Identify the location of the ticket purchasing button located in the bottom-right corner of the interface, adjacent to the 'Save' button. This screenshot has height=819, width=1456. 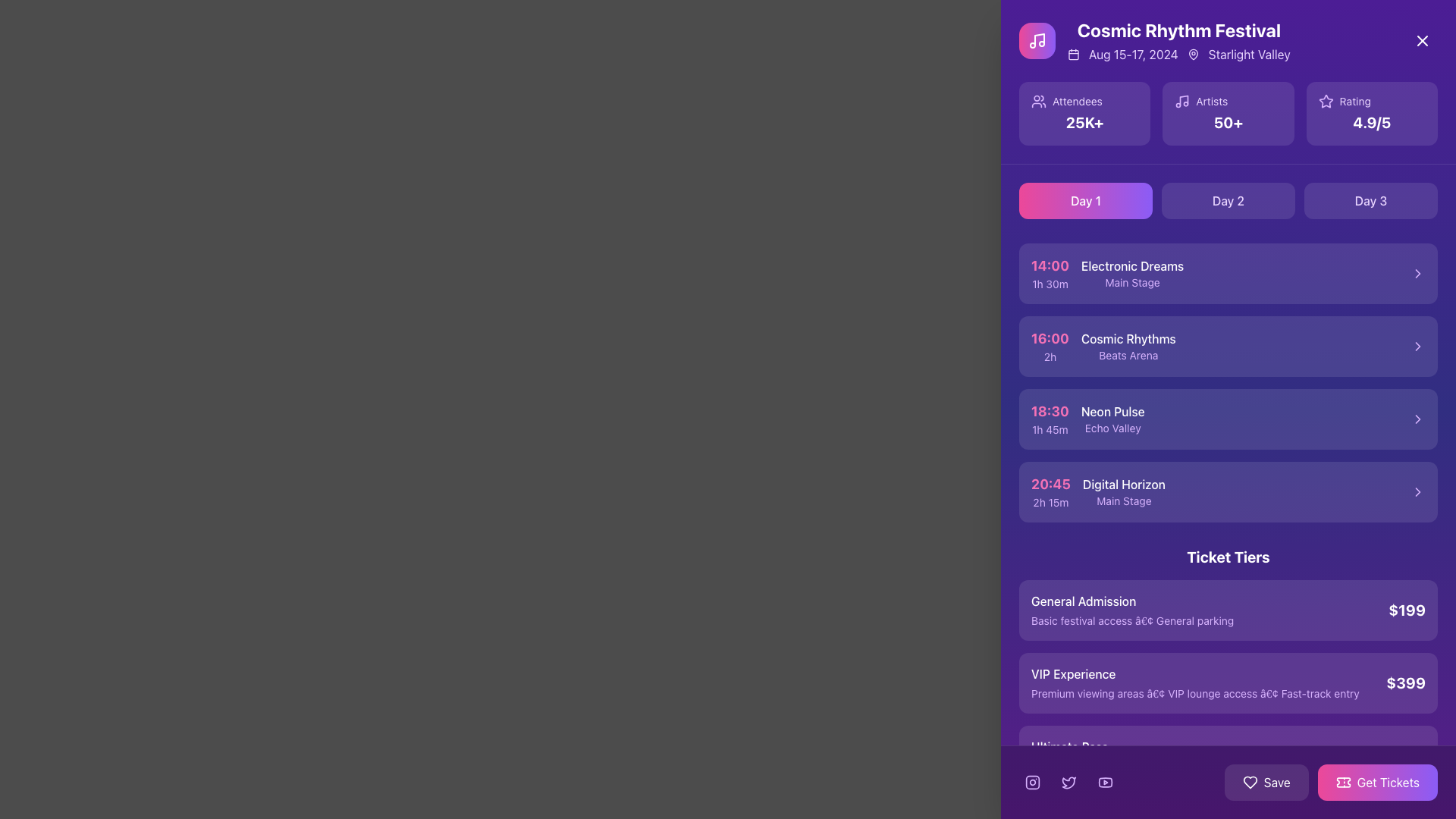
(1330, 783).